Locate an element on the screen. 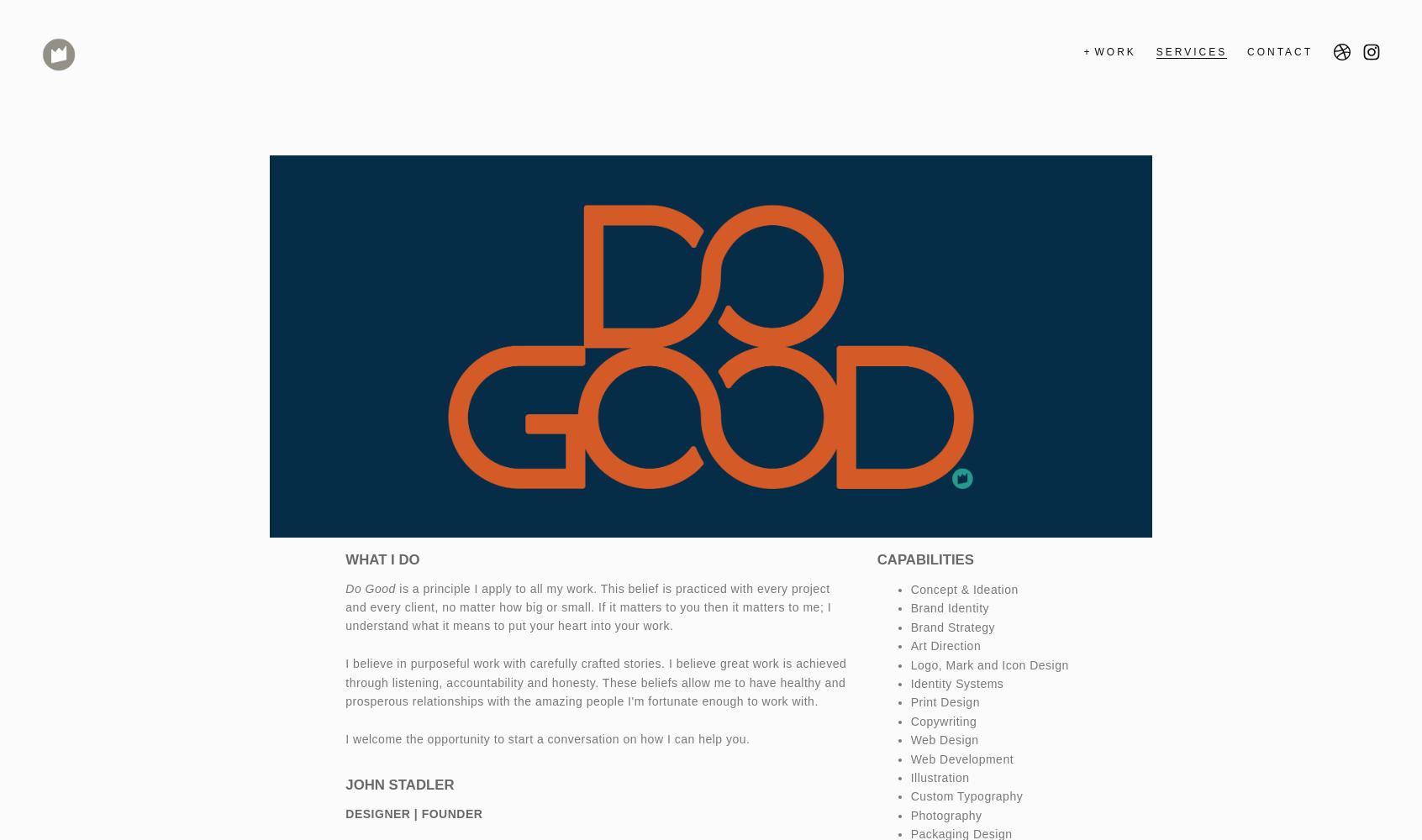 Image resolution: width=1422 pixels, height=840 pixels. 'I welcome the opportunity to start a conversation on how I can help you.' is located at coordinates (547, 738).